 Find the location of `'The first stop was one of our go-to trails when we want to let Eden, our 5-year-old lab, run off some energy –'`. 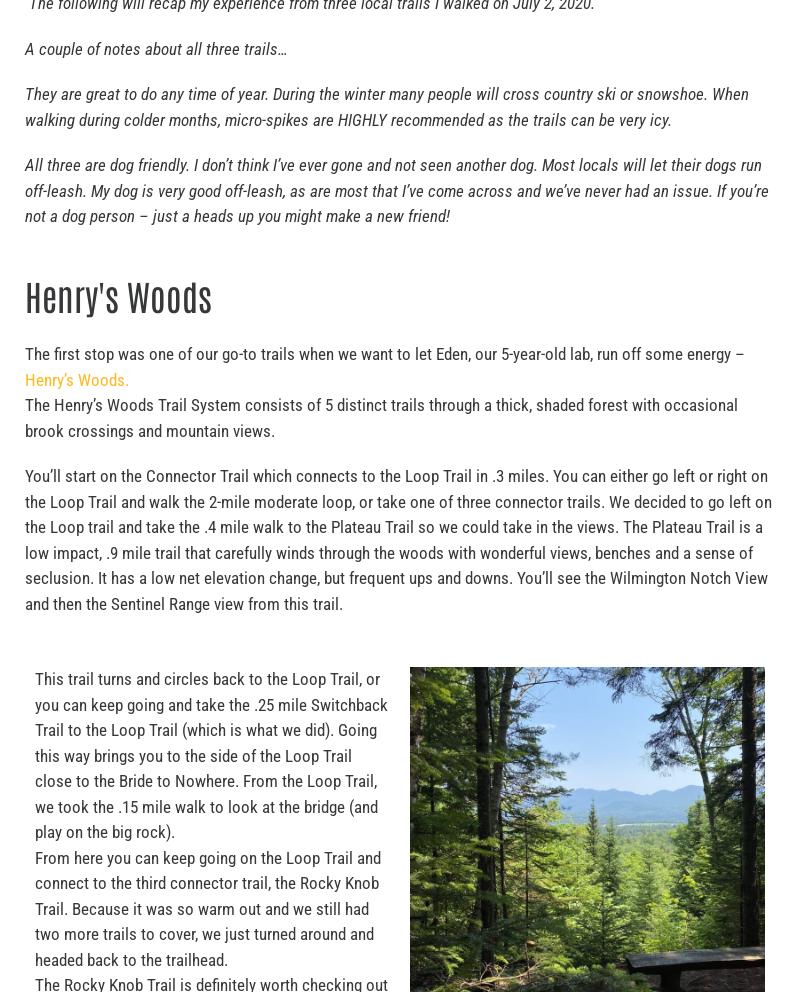

'The first stop was one of our go-to trails when we want to let Eden, our 5-year-old lab, run off some energy –' is located at coordinates (384, 353).